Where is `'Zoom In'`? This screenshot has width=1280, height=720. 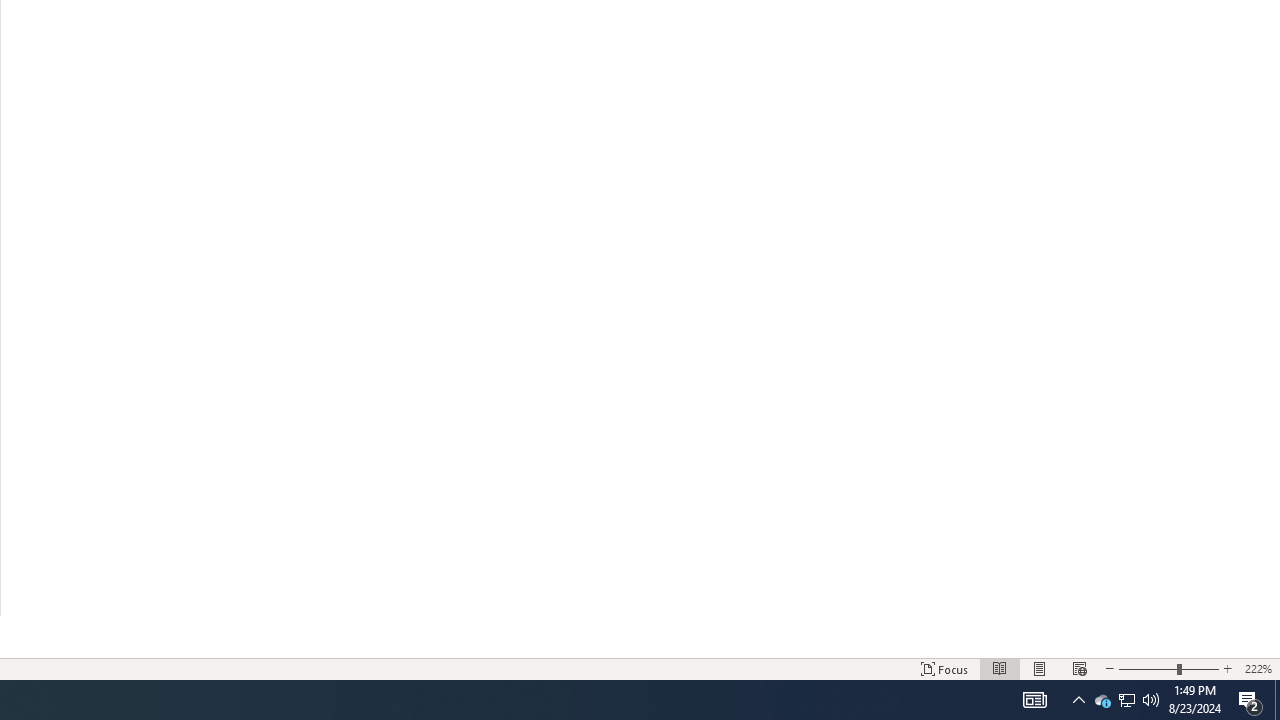
'Zoom In' is located at coordinates (1200, 669).